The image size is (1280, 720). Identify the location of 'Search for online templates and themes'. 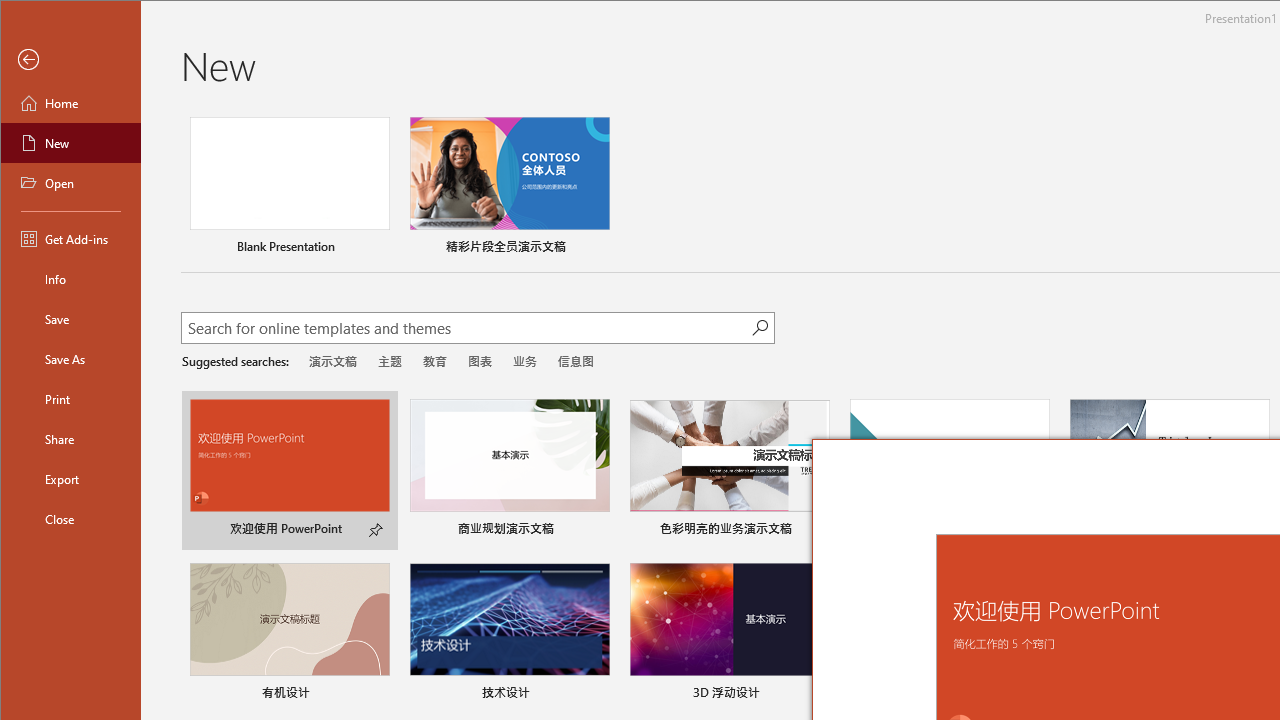
(466, 329).